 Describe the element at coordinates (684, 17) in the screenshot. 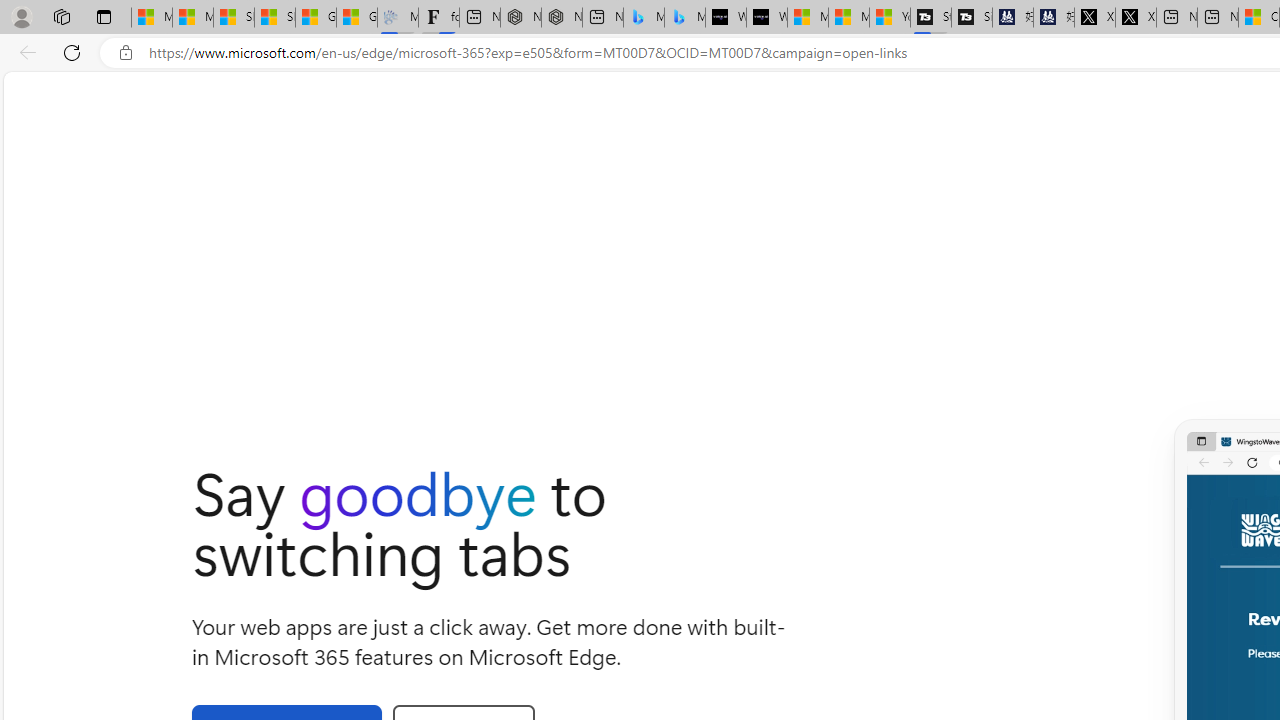

I see `'Microsoft Bing Travel - Shangri-La Hotel Bangkok'` at that location.